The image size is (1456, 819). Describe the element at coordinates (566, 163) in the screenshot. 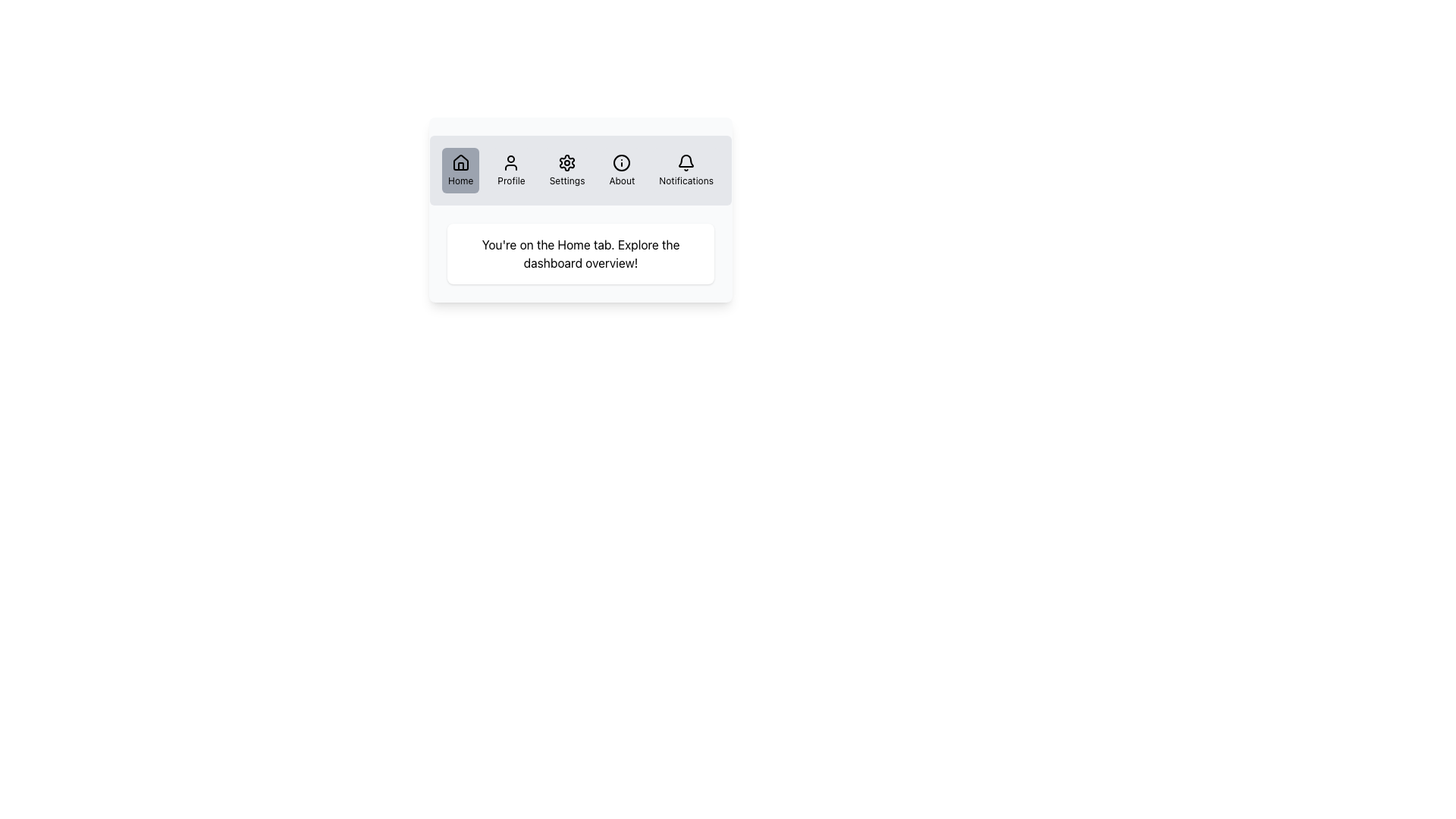

I see `the gear icon representing the settings option, which is styled with a minimalistic line-based design and located second from the left` at that location.